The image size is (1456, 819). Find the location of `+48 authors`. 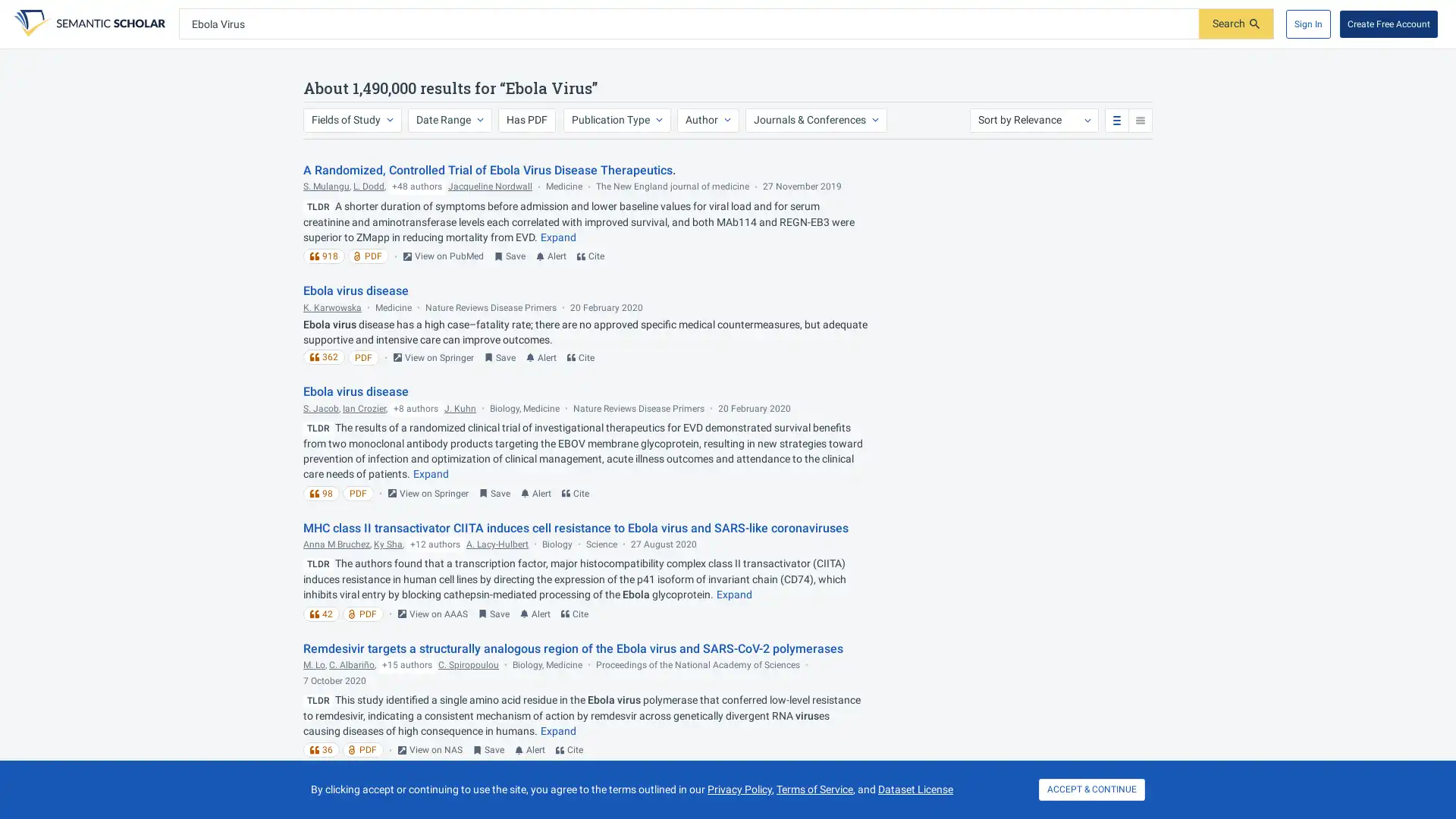

+48 authors is located at coordinates (417, 186).